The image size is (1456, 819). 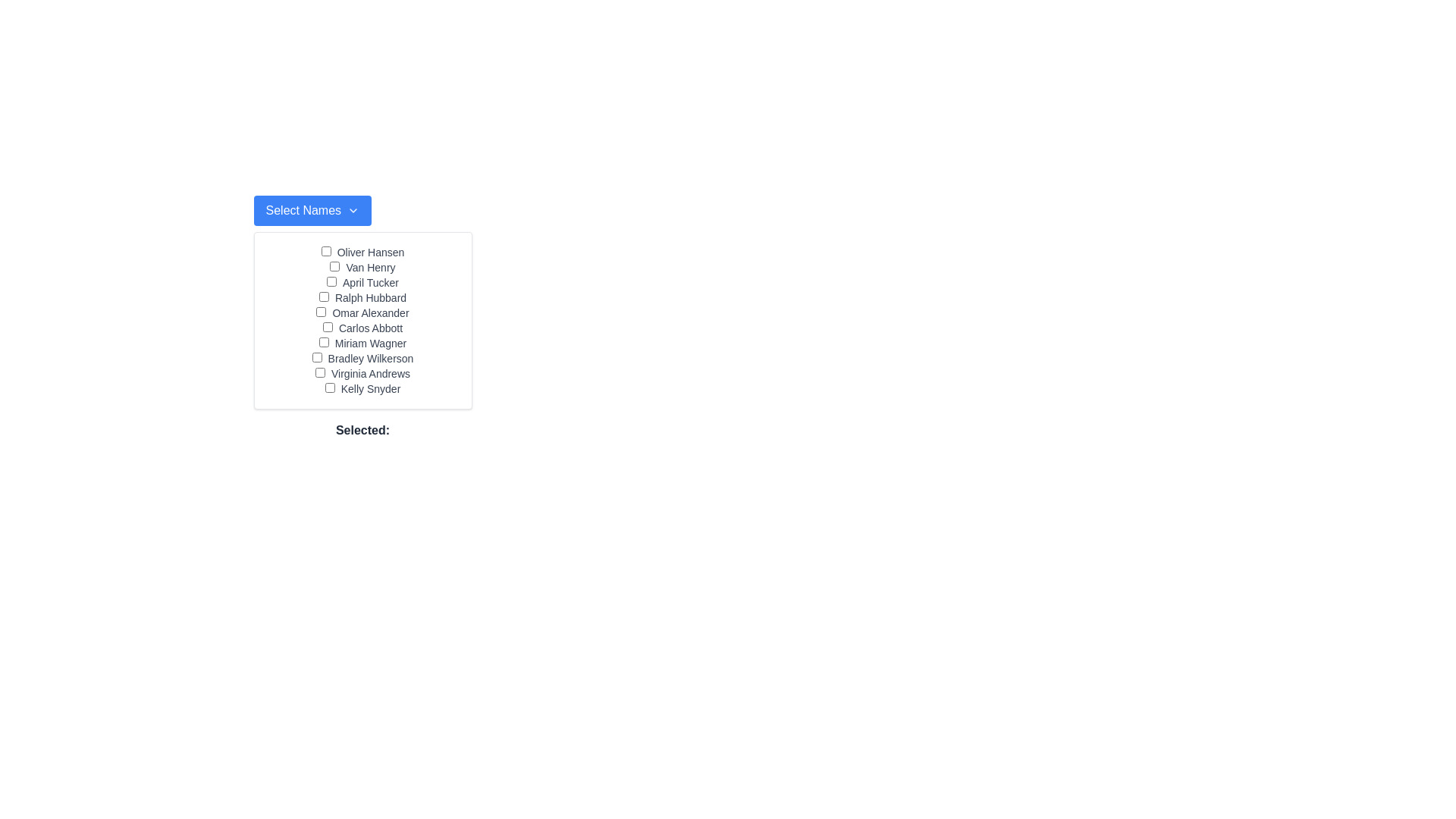 I want to click on the checkbox labeled 'Ralph Hubbard', so click(x=323, y=297).